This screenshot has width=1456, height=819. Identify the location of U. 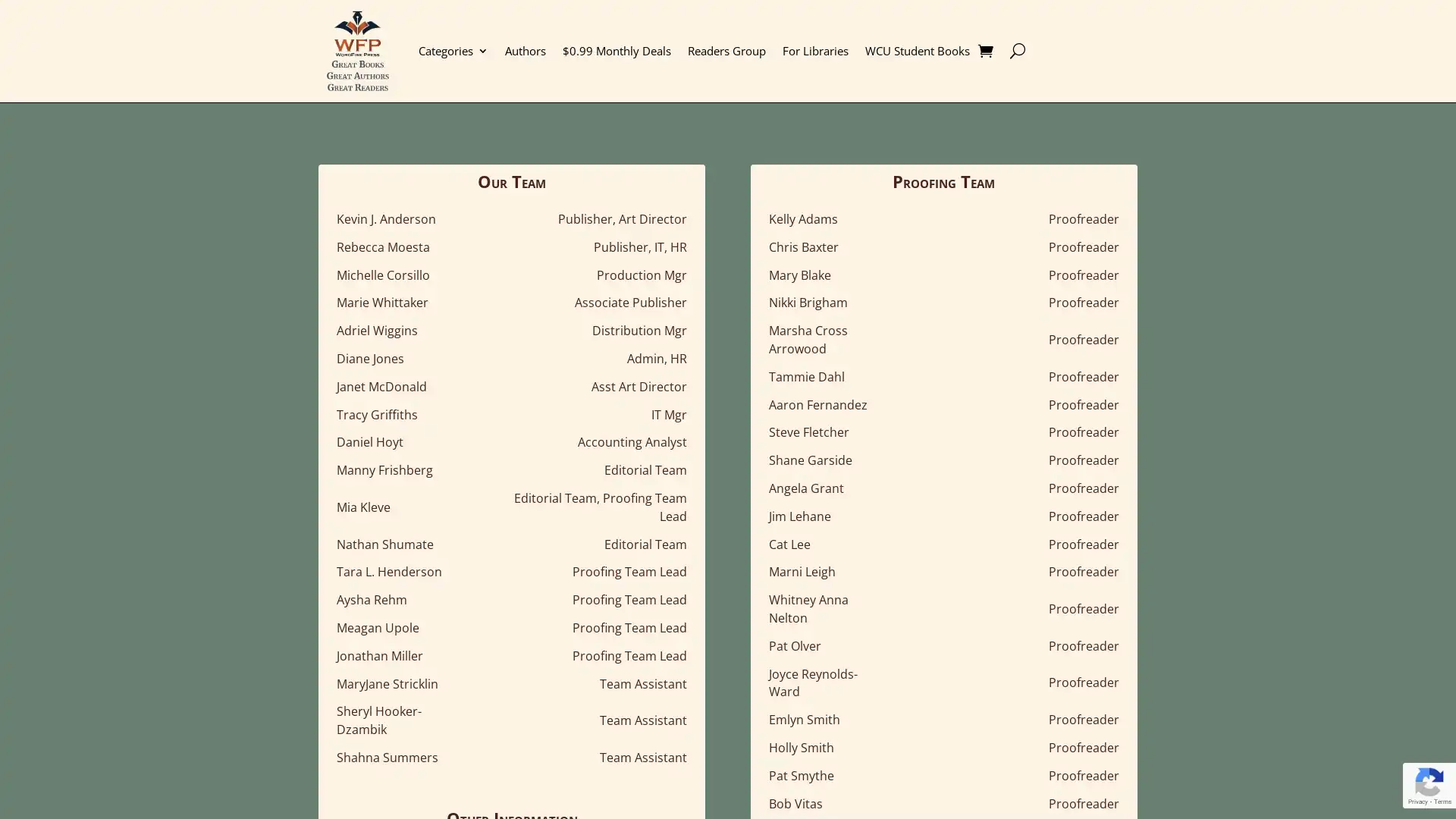
(1016, 49).